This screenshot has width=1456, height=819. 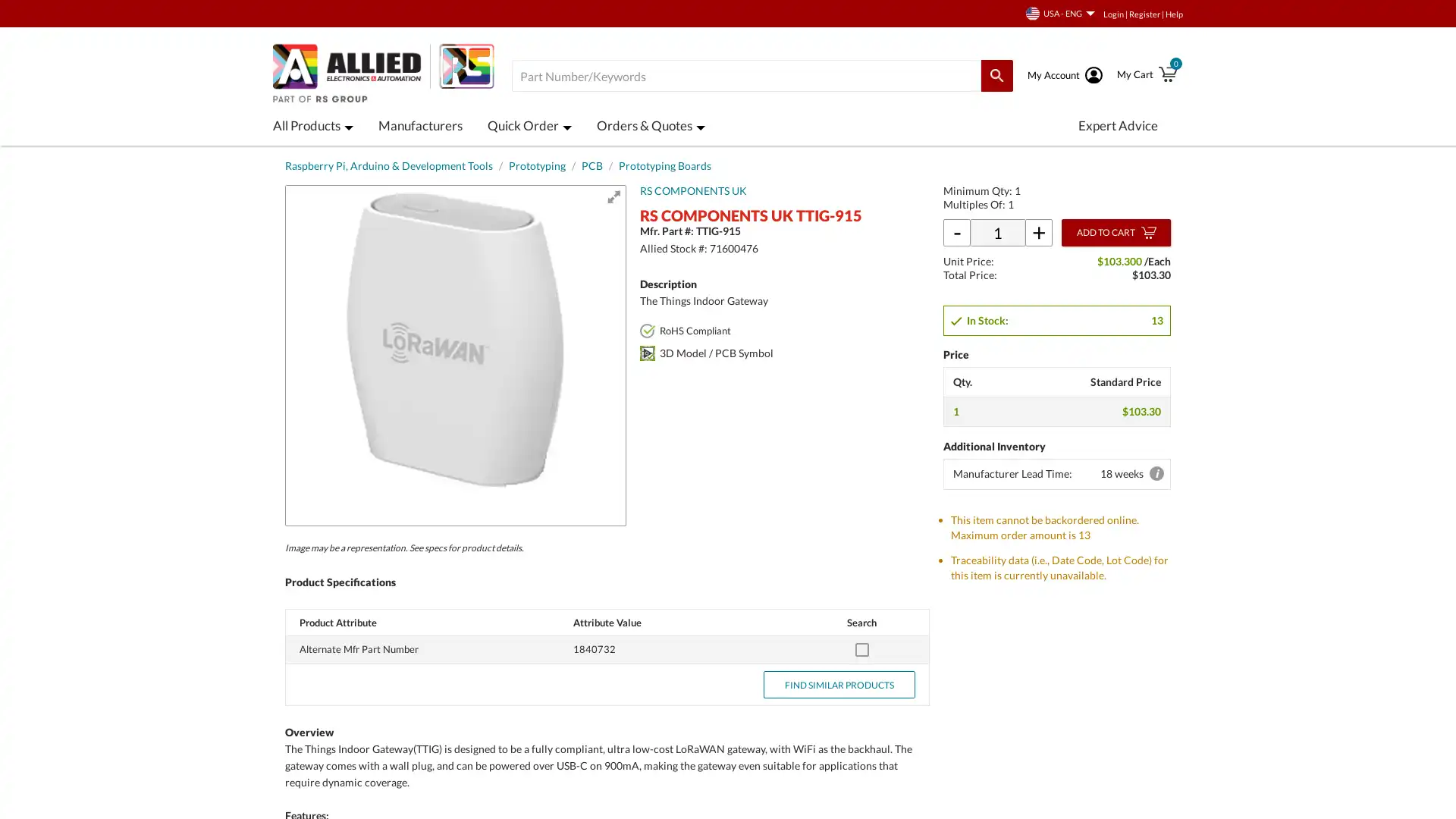 What do you see at coordinates (839, 684) in the screenshot?
I see `FIND SIMILAR PRODUCTS` at bounding box center [839, 684].